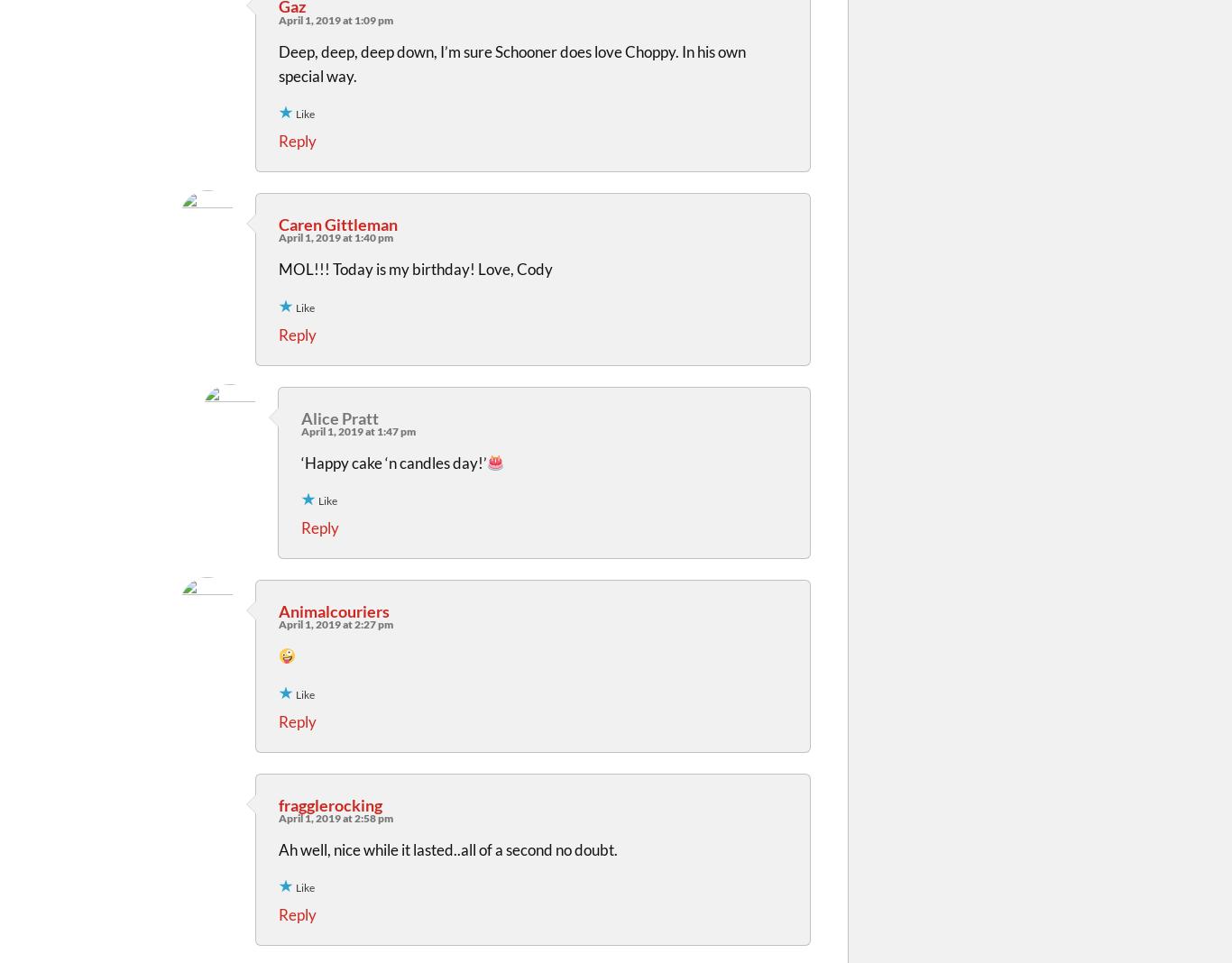  Describe the element at coordinates (357, 430) in the screenshot. I see `'April 1, 2019 at 1:47 pm'` at that location.